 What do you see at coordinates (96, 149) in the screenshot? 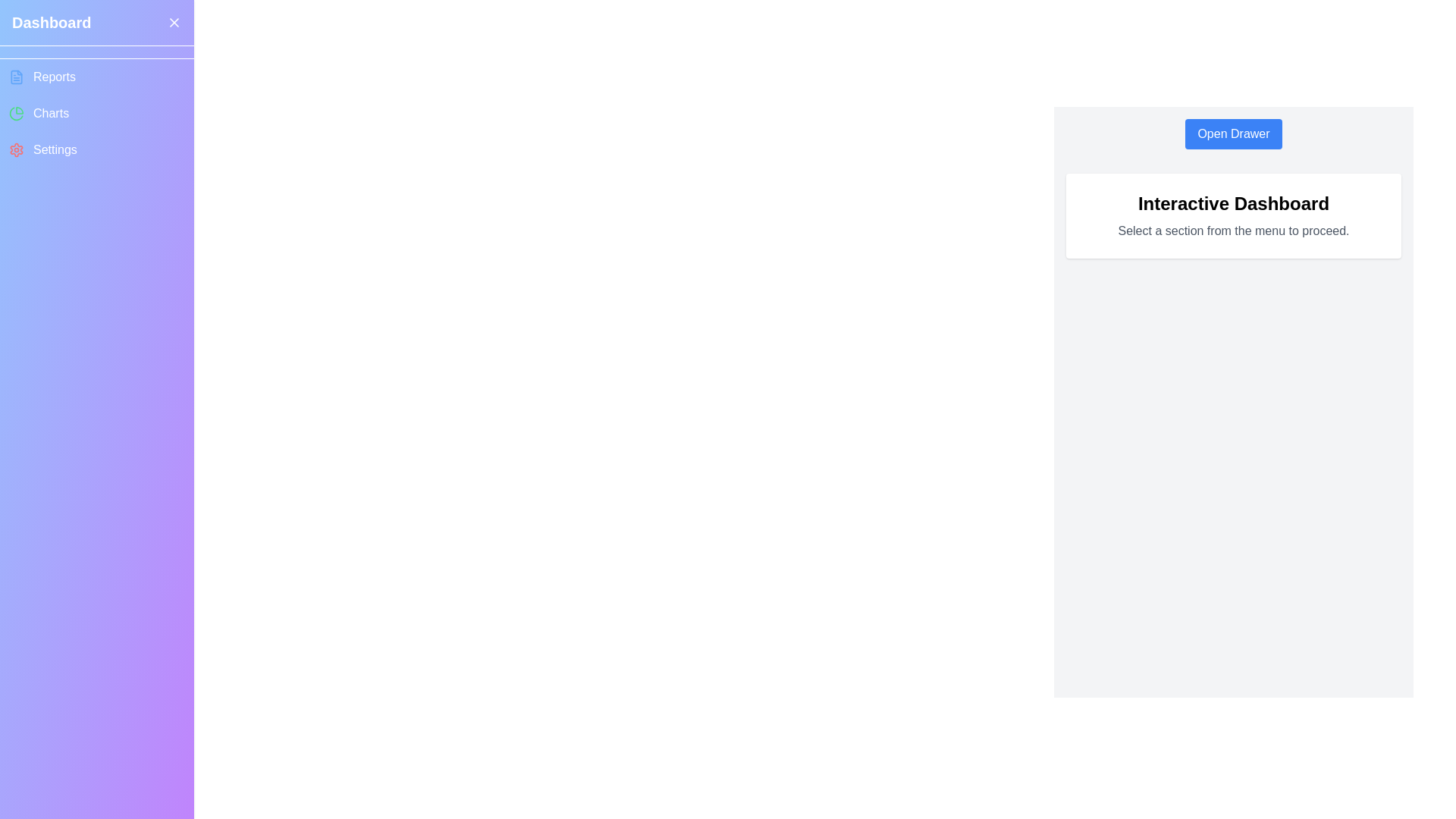
I see `the menu item Settings from the drawer` at bounding box center [96, 149].